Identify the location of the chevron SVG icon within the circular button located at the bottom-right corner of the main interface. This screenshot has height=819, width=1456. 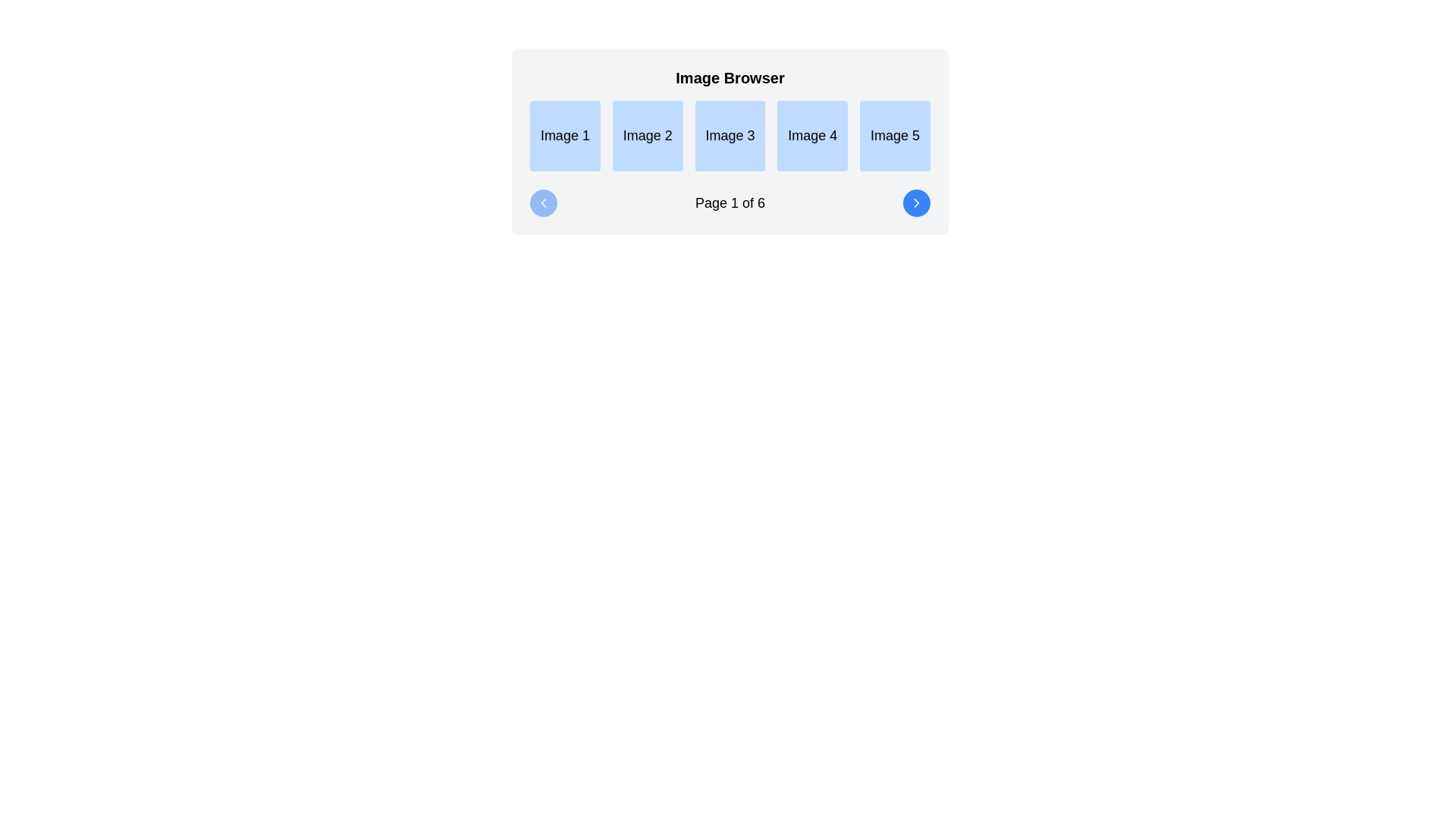
(916, 202).